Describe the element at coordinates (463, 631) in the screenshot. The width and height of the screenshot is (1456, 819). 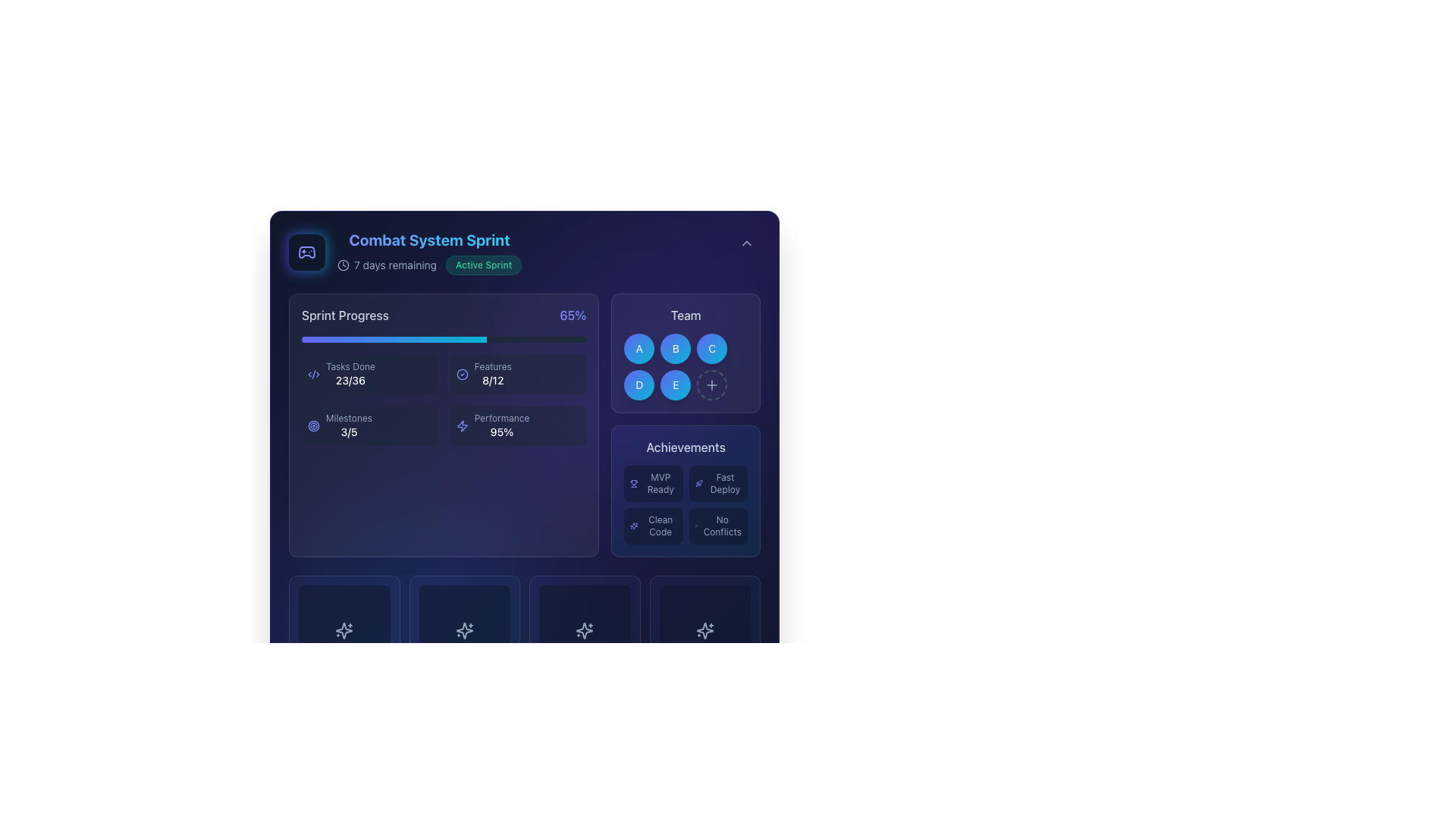
I see `the leftmost graphic icon that represents an achievement or status, located beneath the Sprint Progress section` at that location.